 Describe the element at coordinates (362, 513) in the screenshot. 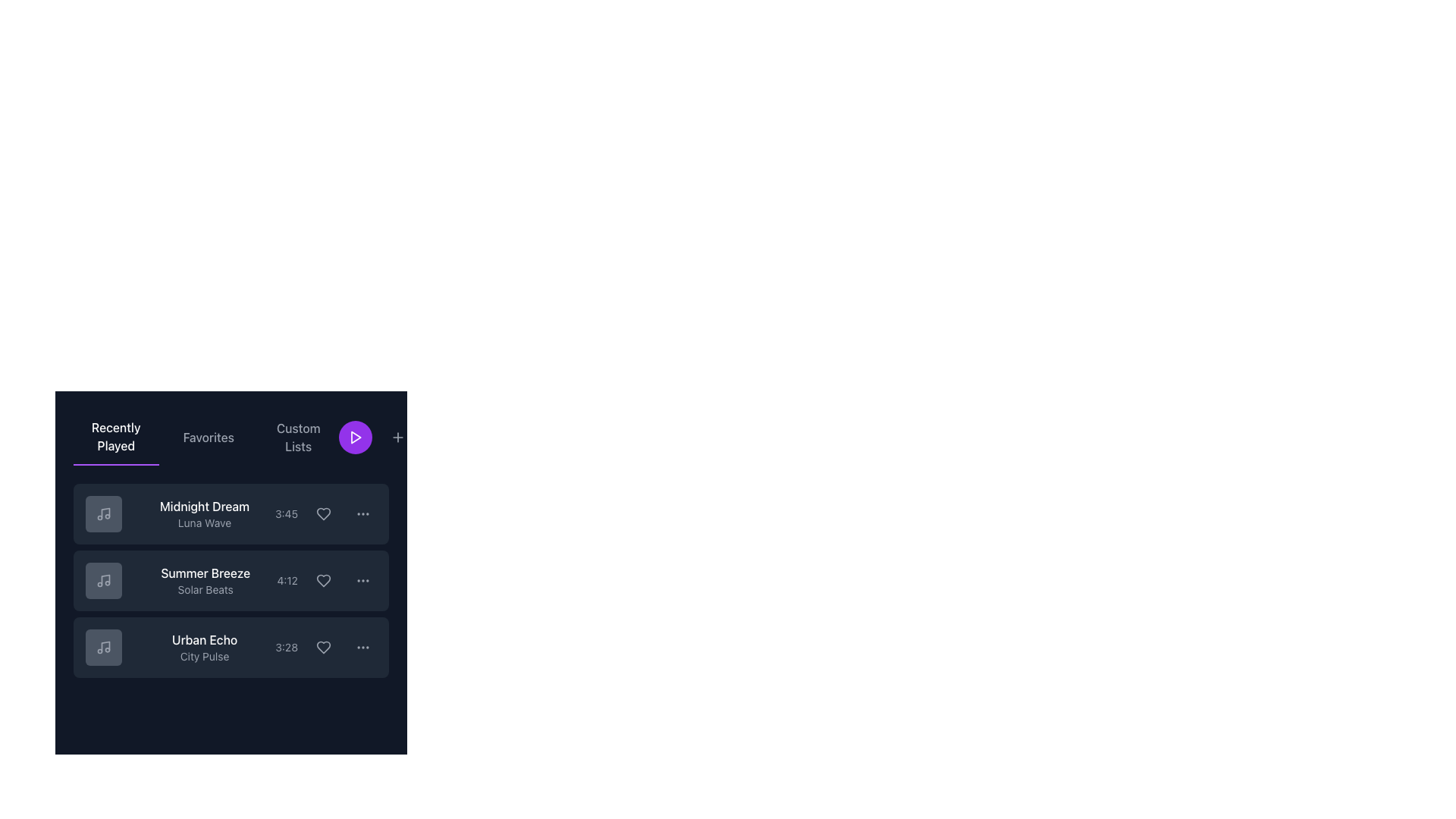

I see `the options menu icon (horizontal ellipsis) located in the 'Recently Played' section beside the 'Midnight Dream' track` at that location.